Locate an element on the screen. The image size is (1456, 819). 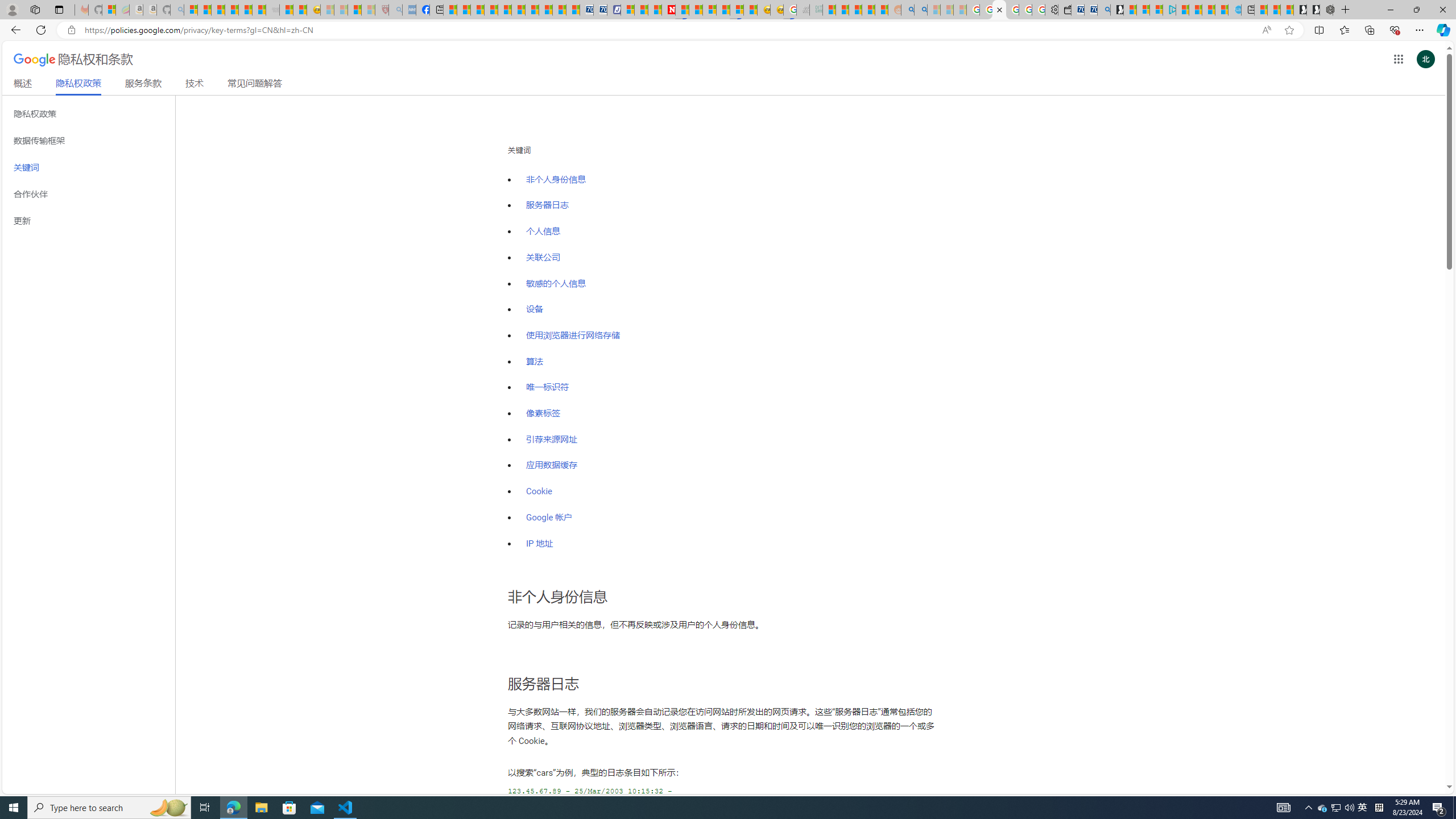
'Wallet' is located at coordinates (1064, 9).